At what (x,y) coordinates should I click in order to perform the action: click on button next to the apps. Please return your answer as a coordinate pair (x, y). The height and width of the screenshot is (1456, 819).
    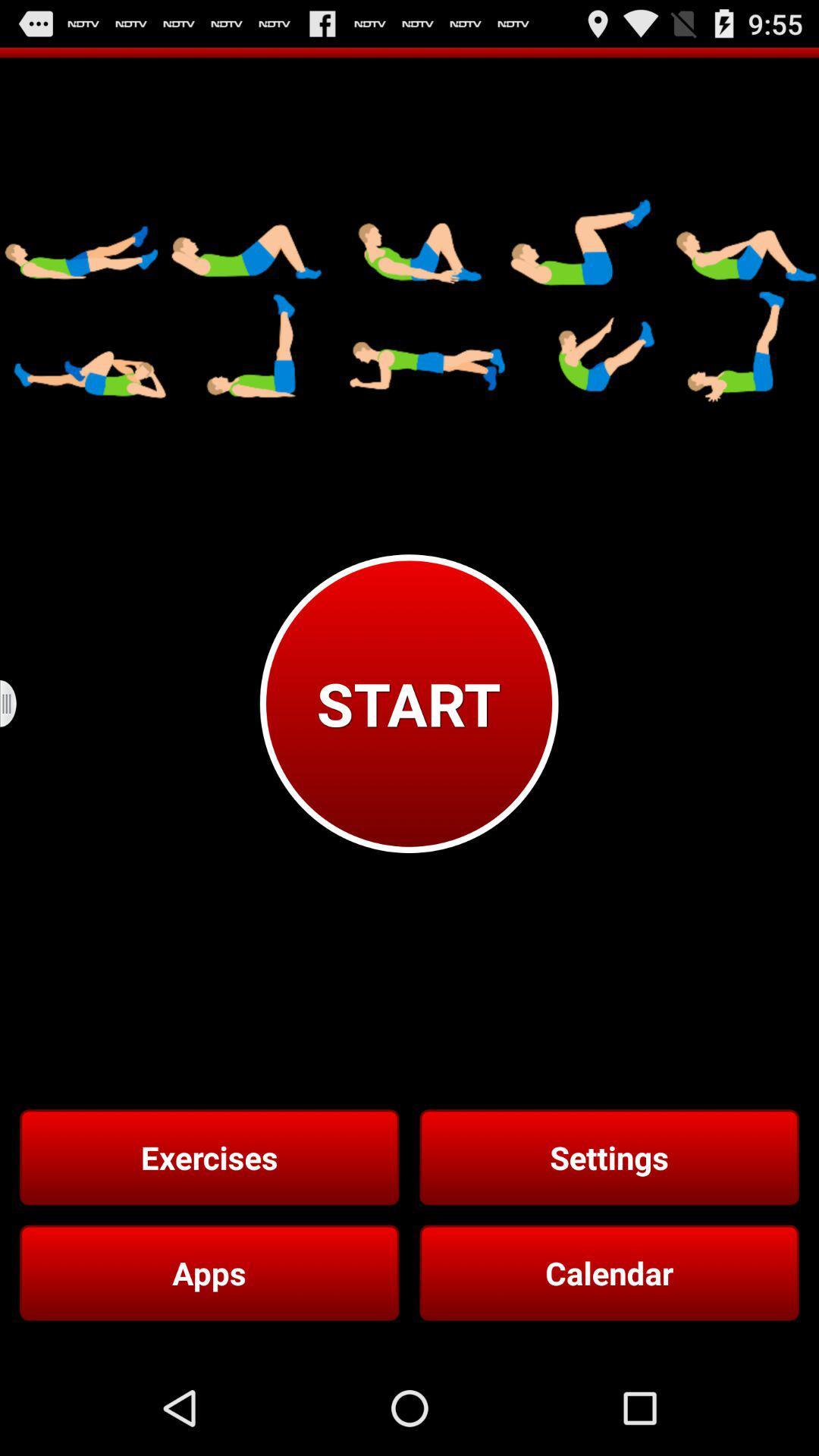
    Looking at the image, I should click on (608, 1272).